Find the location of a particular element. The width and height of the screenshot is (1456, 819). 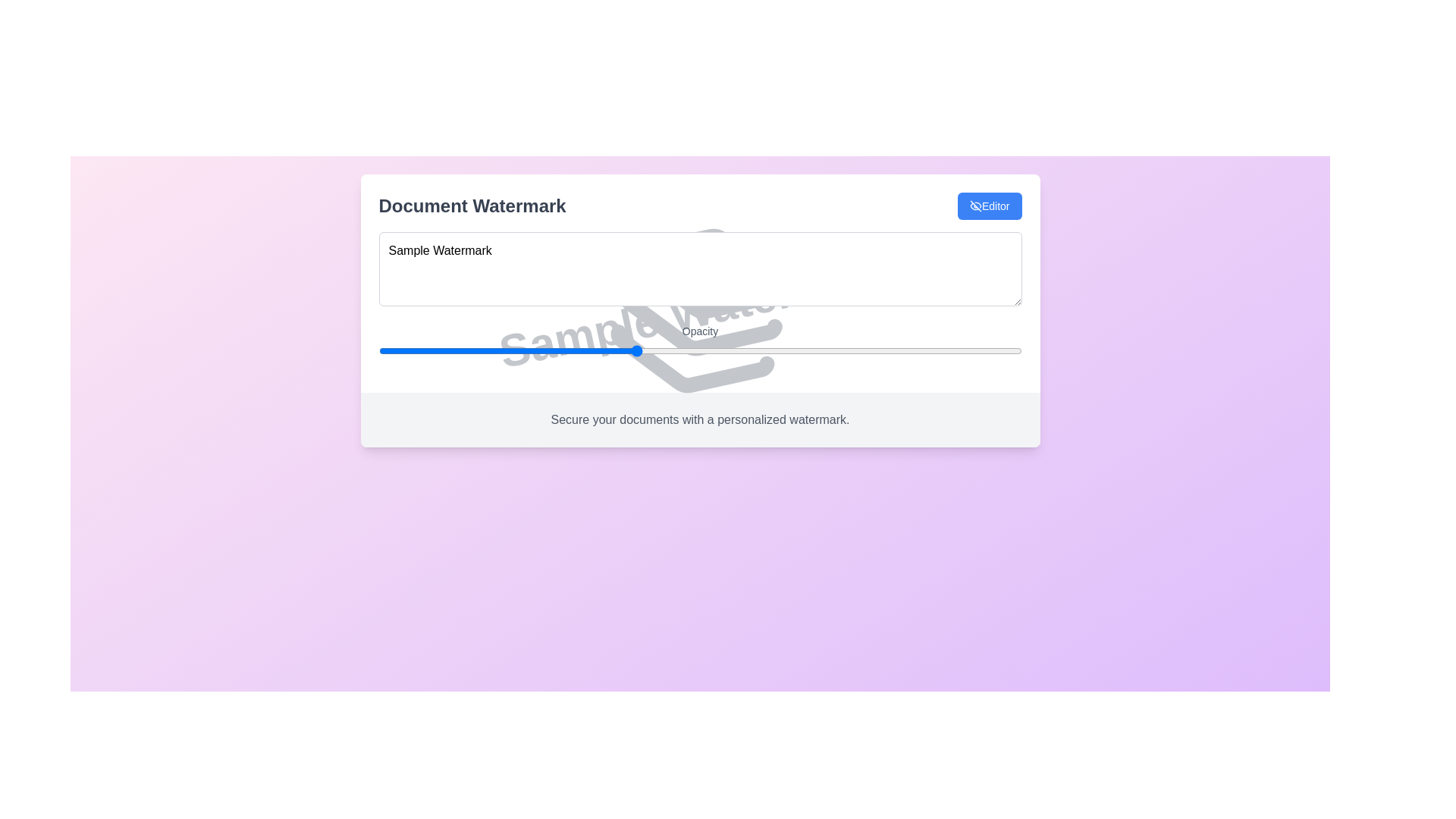

the icon located to the left of the 'Editor' text label within the 'Editor' button, which indicates or toggles visibility of associated content is located at coordinates (975, 206).